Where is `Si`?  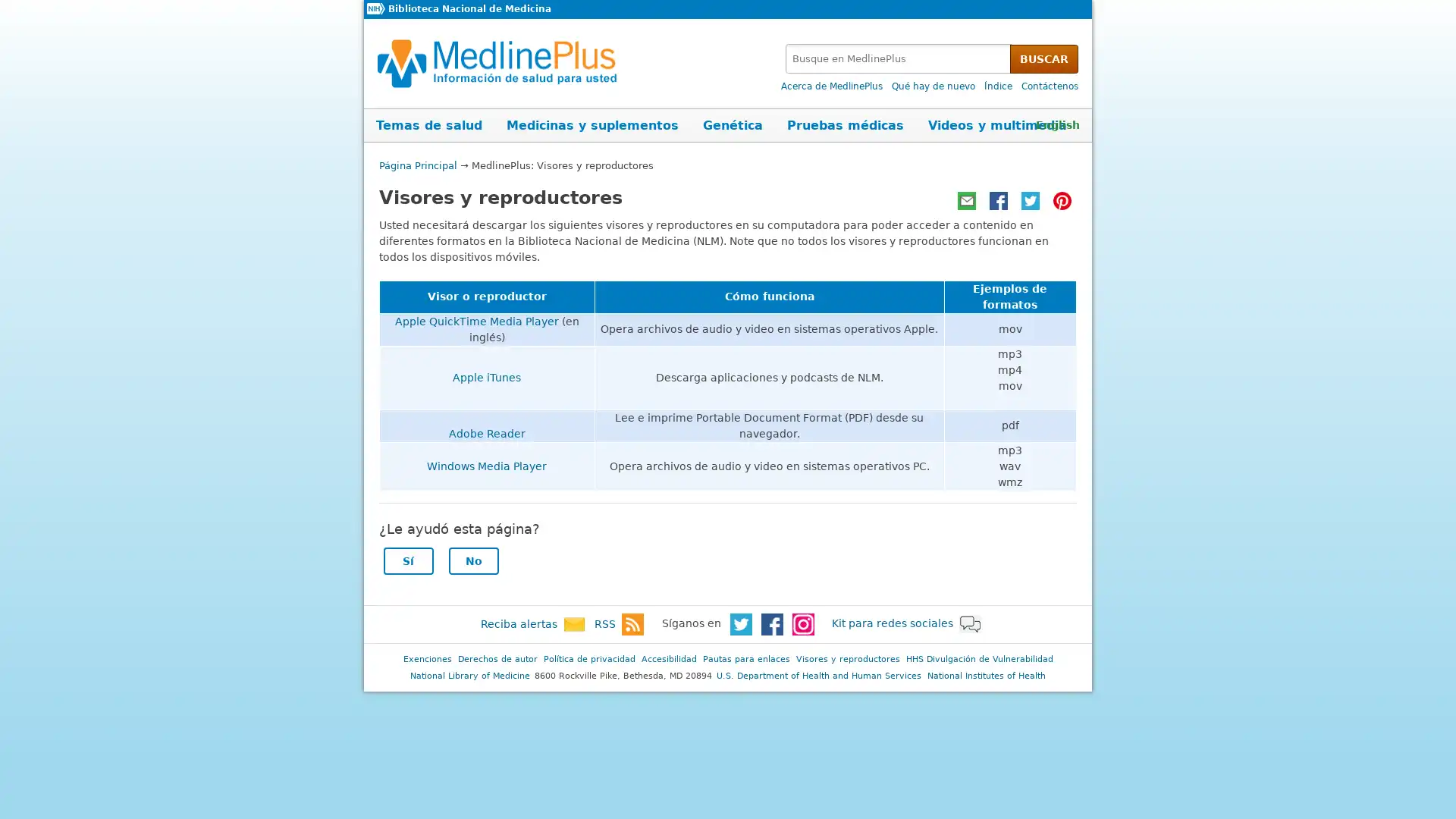
Si is located at coordinates (407, 560).